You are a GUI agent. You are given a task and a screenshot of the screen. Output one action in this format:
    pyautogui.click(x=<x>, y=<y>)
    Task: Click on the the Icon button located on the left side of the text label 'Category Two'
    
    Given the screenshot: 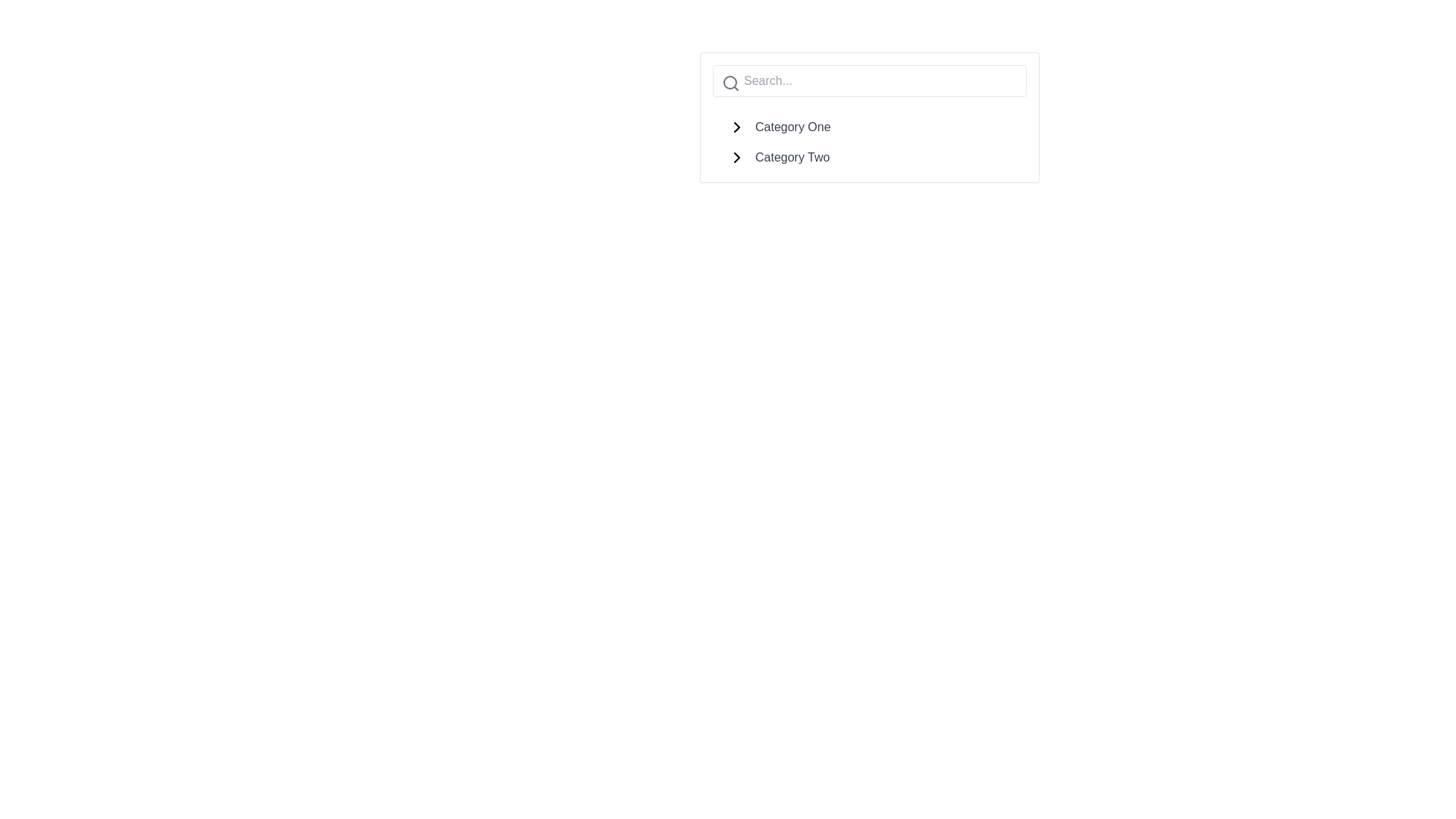 What is the action you would take?
    pyautogui.click(x=736, y=158)
    